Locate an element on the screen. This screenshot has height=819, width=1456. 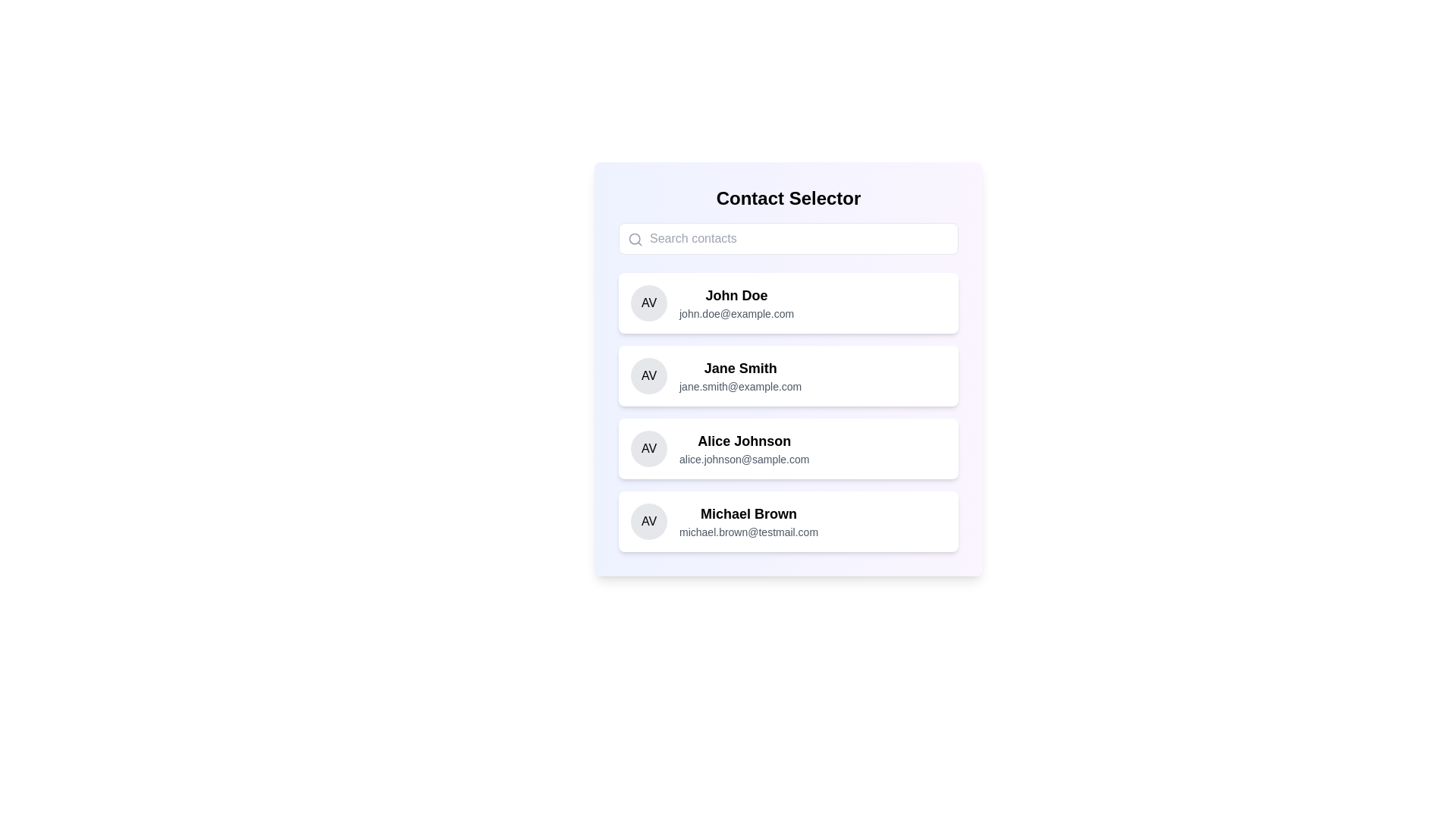
the text display area that shows the name and email address of a contact, located in the third contact card in the contact list interface, adjacent to the circular 'AV' initials is located at coordinates (744, 447).